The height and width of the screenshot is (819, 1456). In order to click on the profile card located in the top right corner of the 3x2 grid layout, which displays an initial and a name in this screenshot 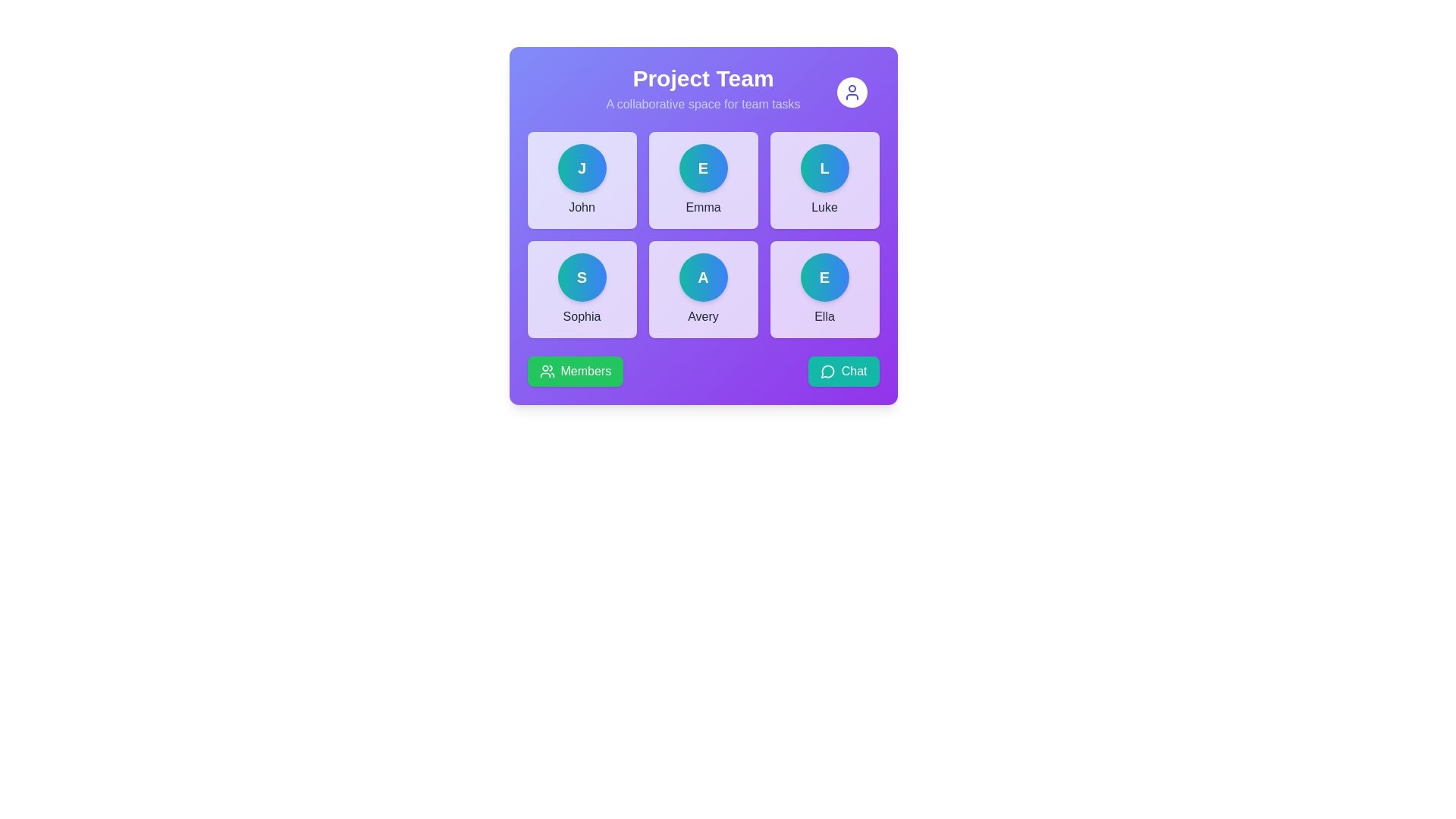, I will do `click(824, 180)`.